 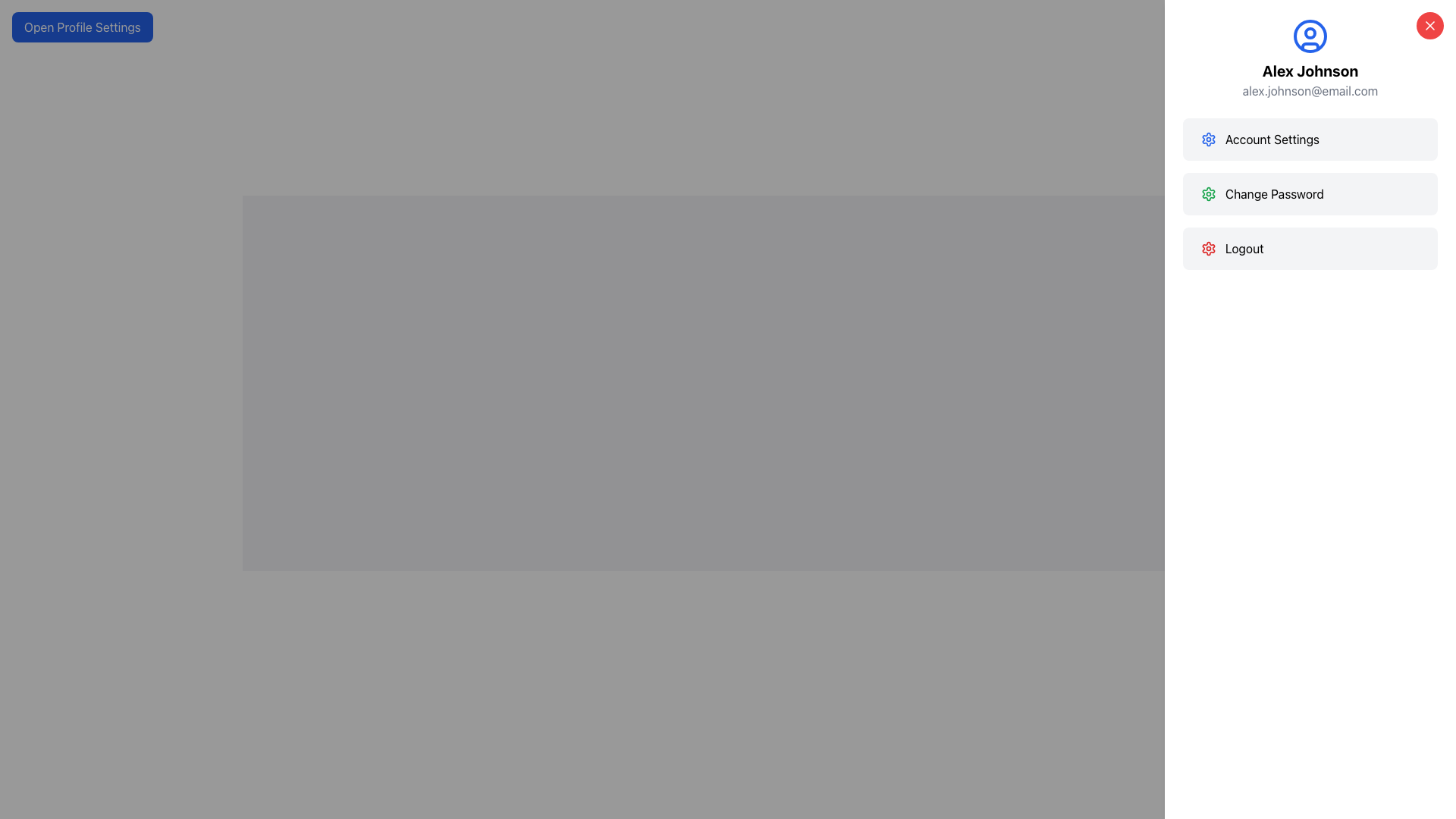 What do you see at coordinates (1310, 140) in the screenshot?
I see `the 'Account Settings' button, which is a horizontal button with rounded corners and a light gray background` at bounding box center [1310, 140].